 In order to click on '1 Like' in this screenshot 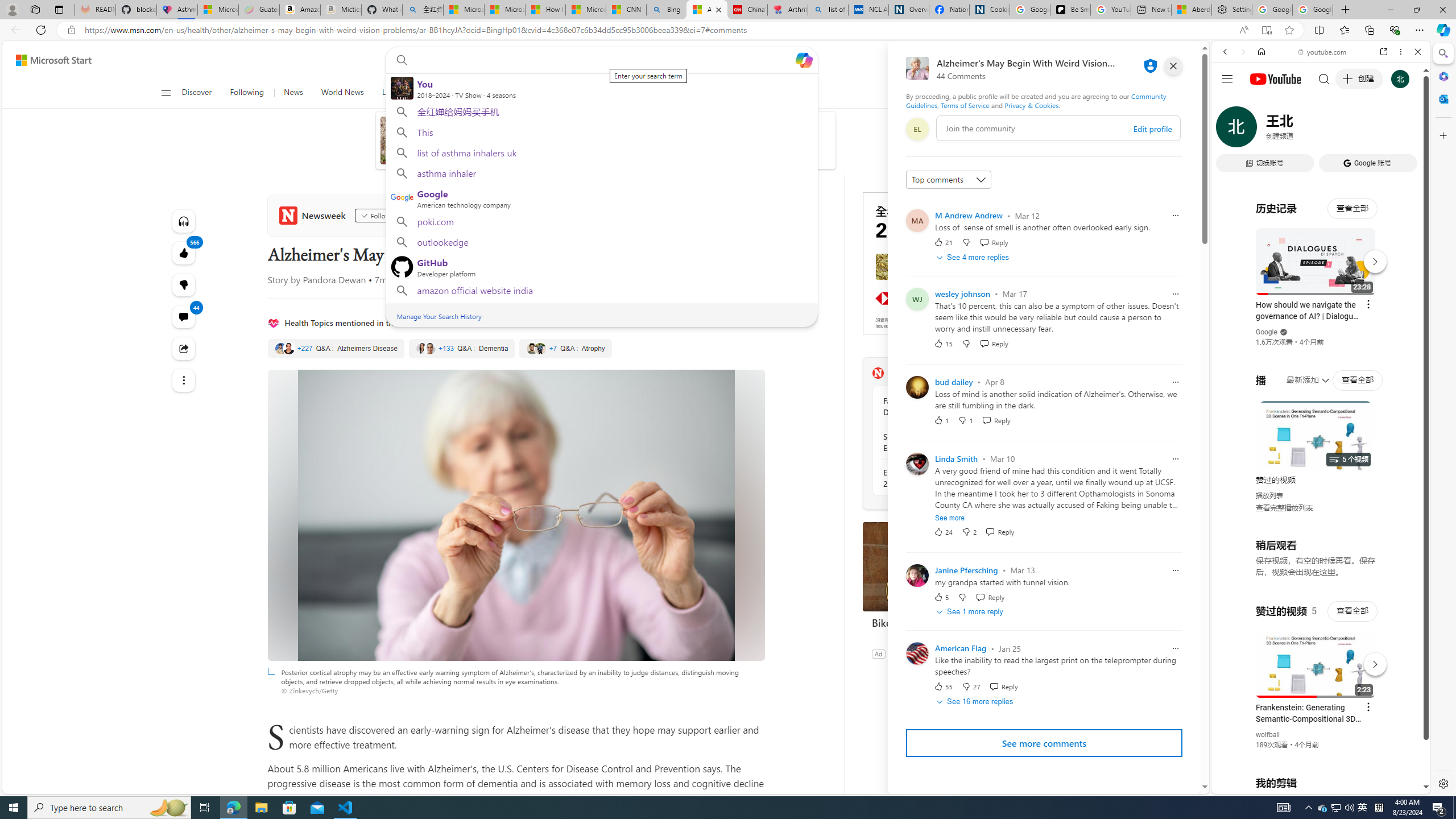, I will do `click(941, 420)`.